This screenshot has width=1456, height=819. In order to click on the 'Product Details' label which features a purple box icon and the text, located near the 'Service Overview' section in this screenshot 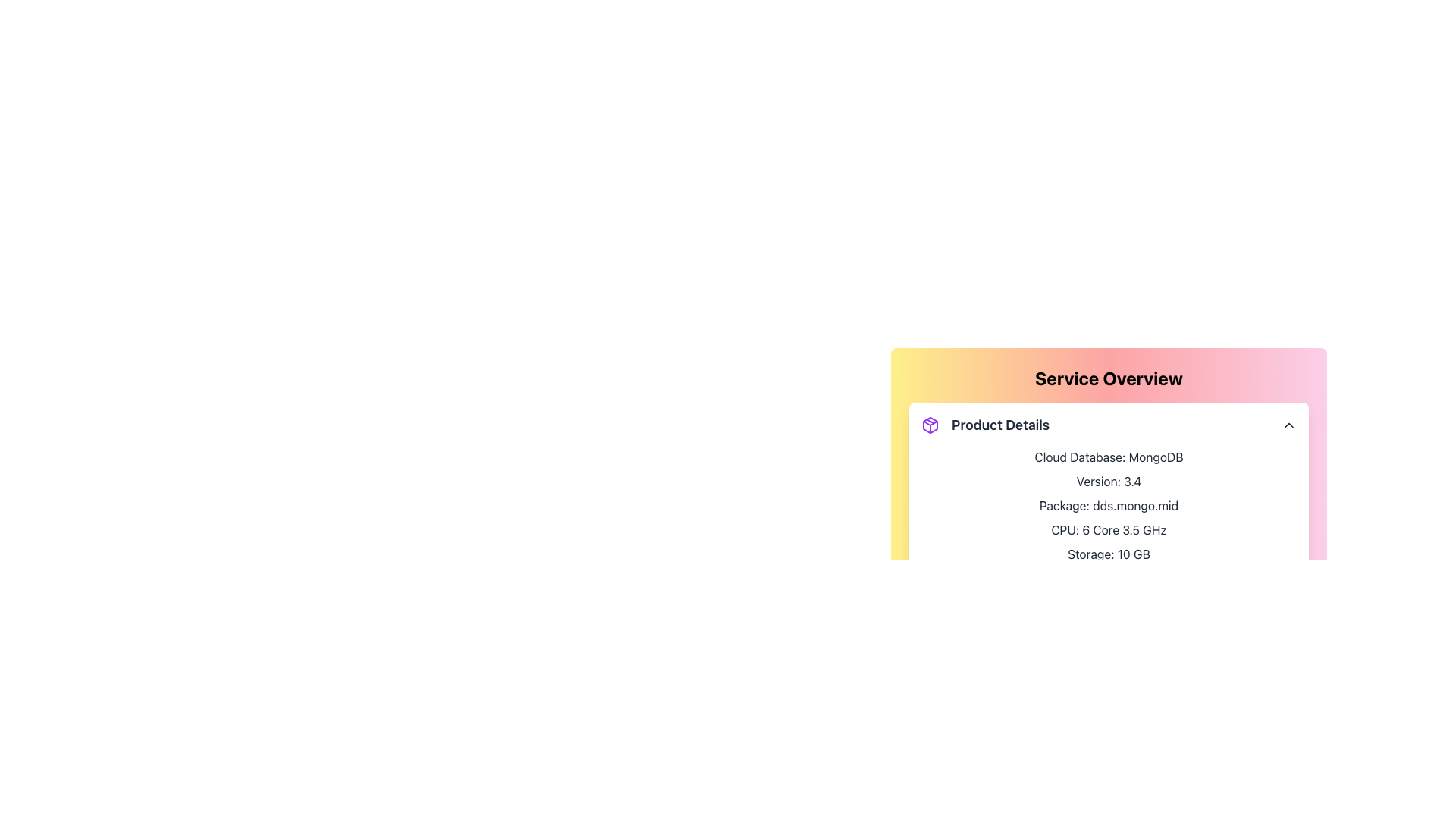, I will do `click(985, 425)`.